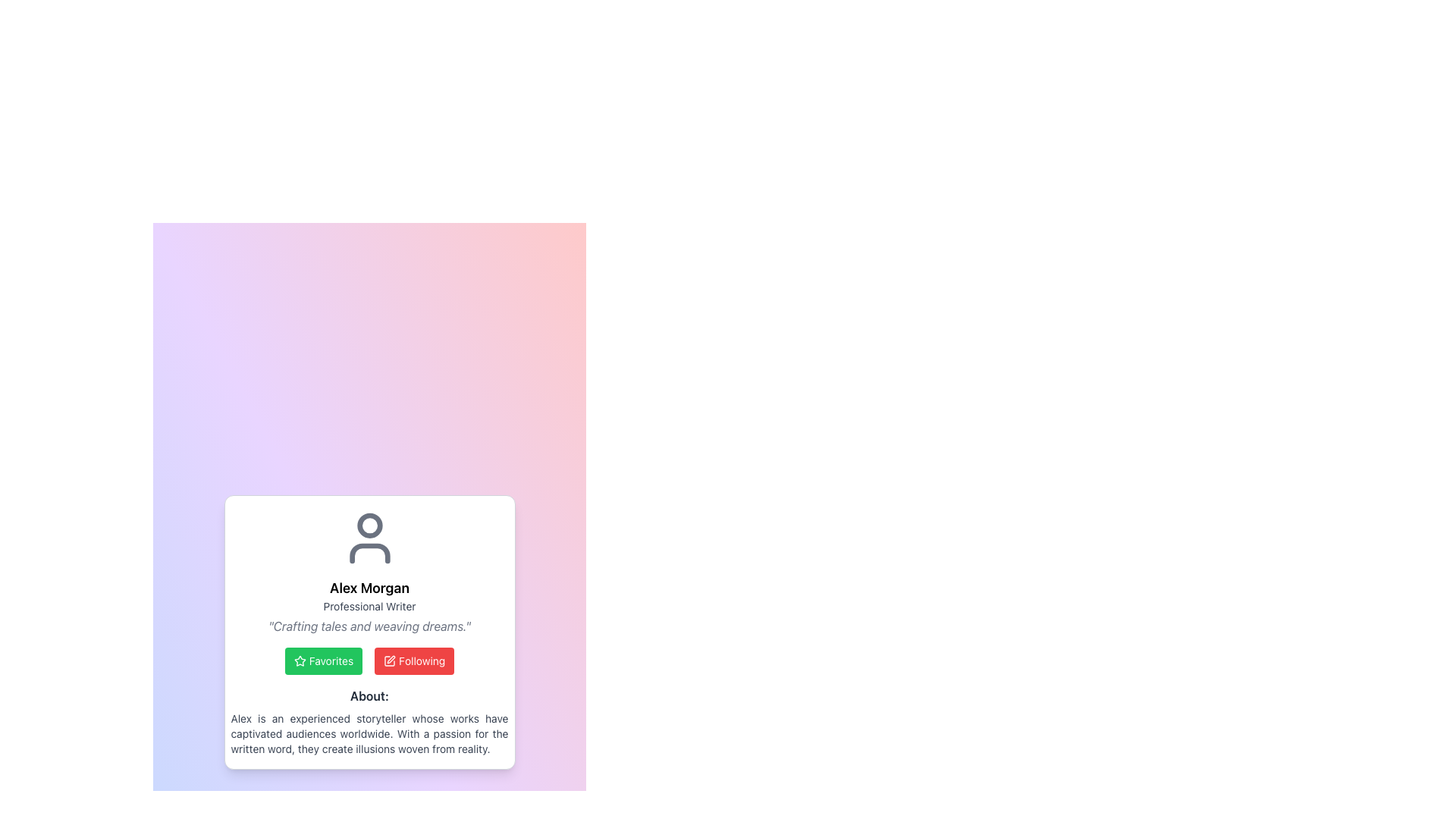 This screenshot has width=1456, height=819. Describe the element at coordinates (369, 537) in the screenshot. I see `the user icon, which is a gray circular head above curved shoulders, located in the upper central portion of the card, directly above the text 'Alex Morgan'` at that location.